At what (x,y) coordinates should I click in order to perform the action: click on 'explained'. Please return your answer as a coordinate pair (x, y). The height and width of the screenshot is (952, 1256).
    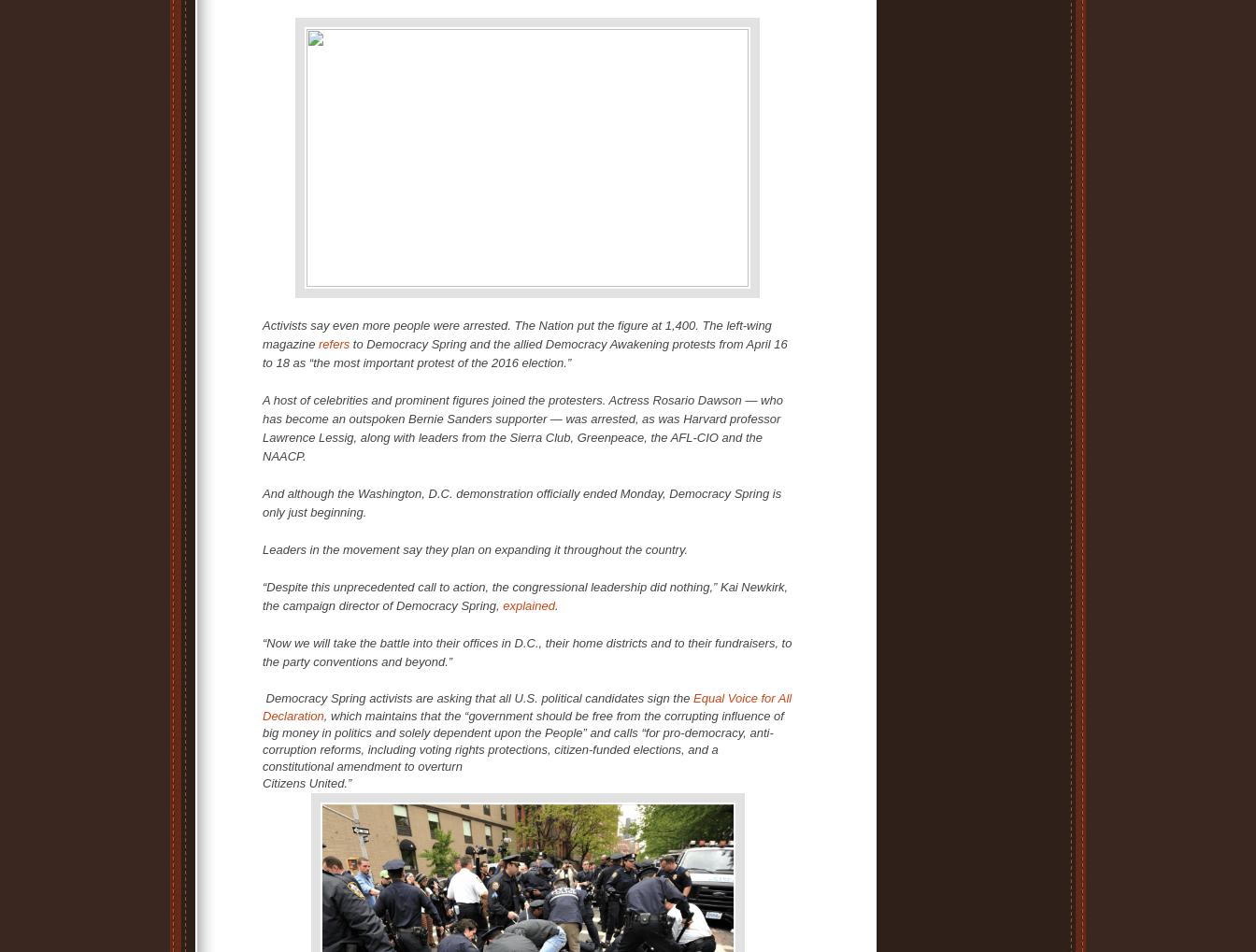
    Looking at the image, I should click on (503, 605).